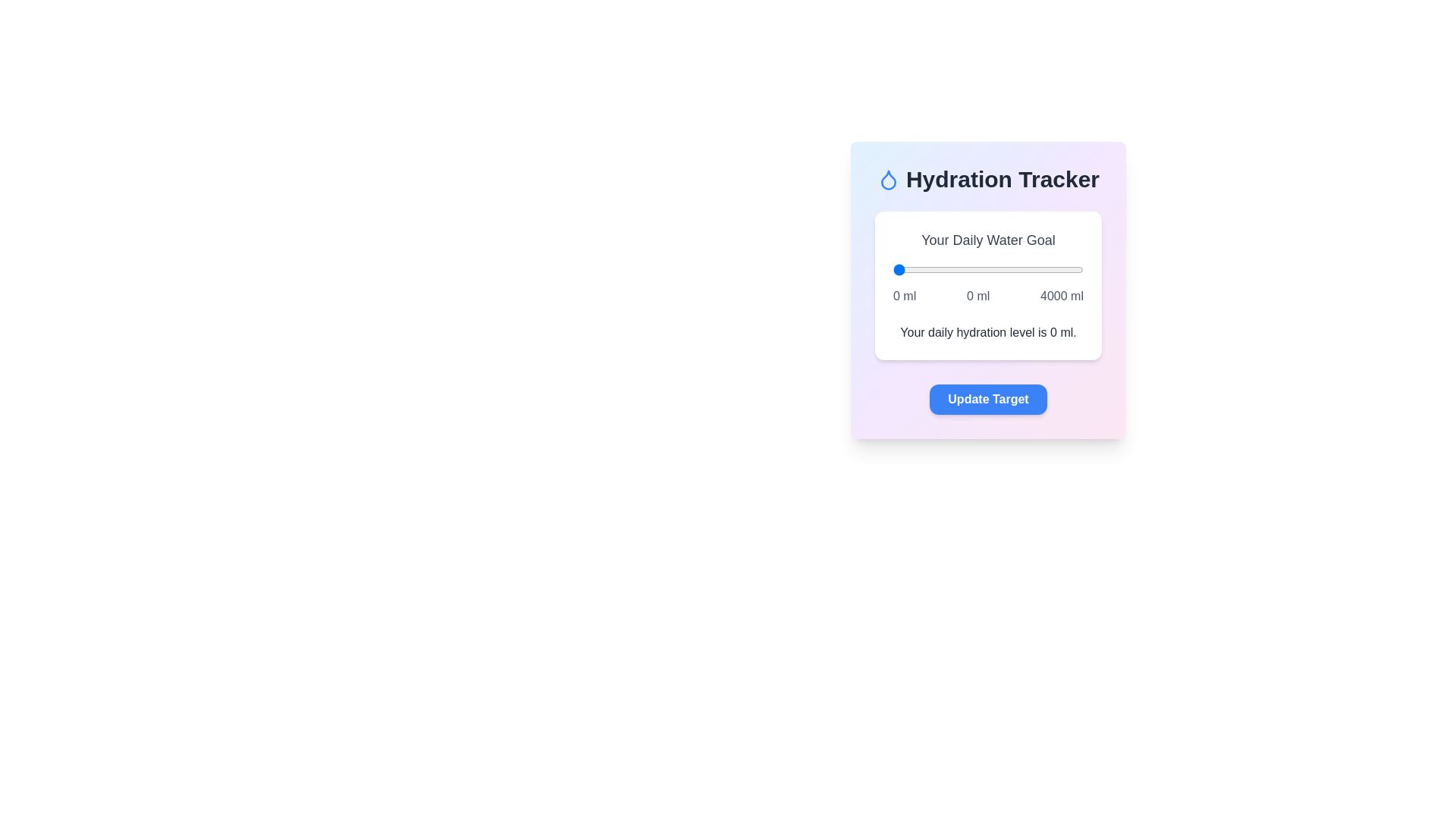  What do you see at coordinates (916, 268) in the screenshot?
I see `the water intake slider to 495 ml` at bounding box center [916, 268].